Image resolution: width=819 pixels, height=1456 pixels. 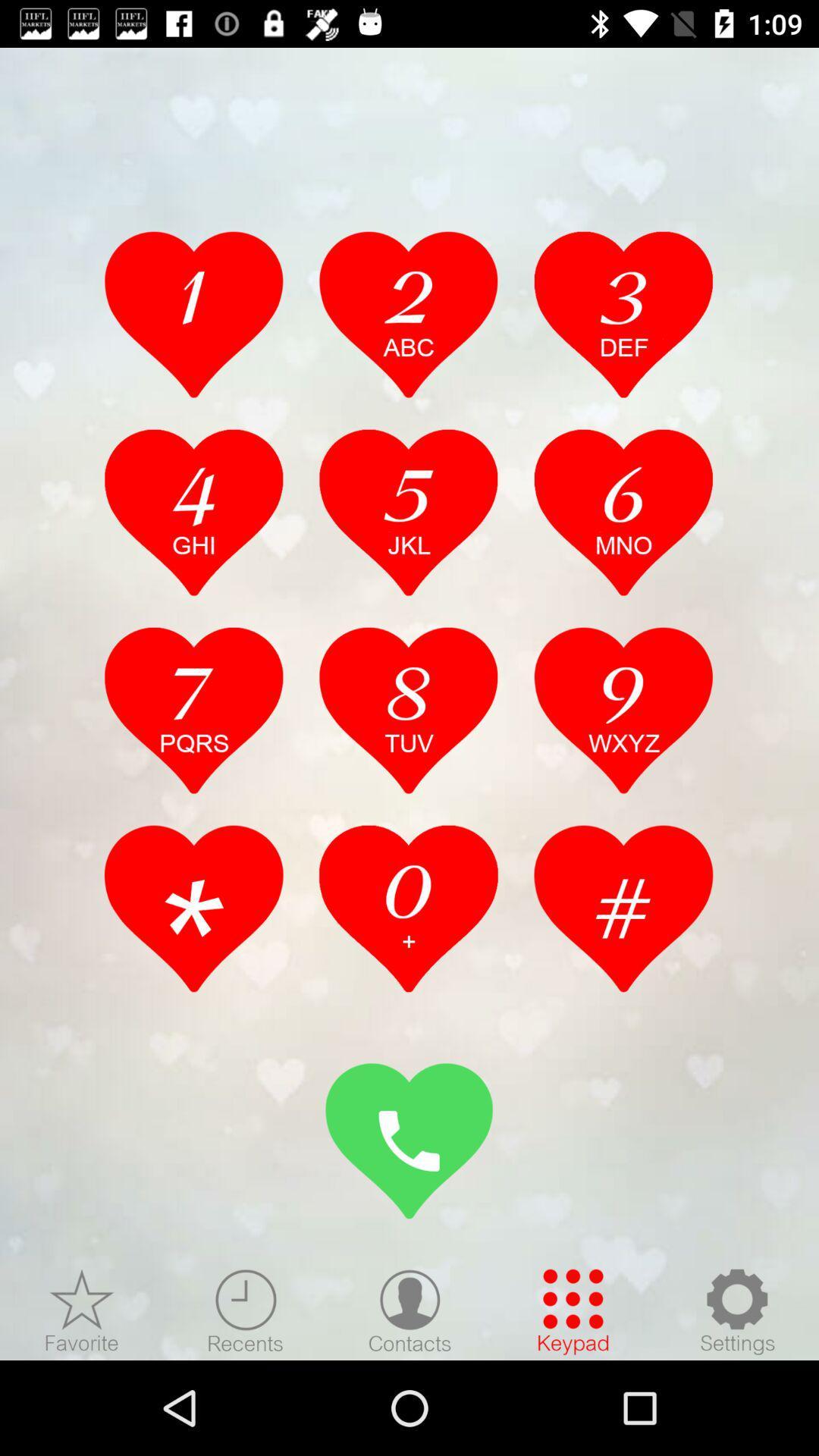 What do you see at coordinates (408, 709) in the screenshot?
I see `8` at bounding box center [408, 709].